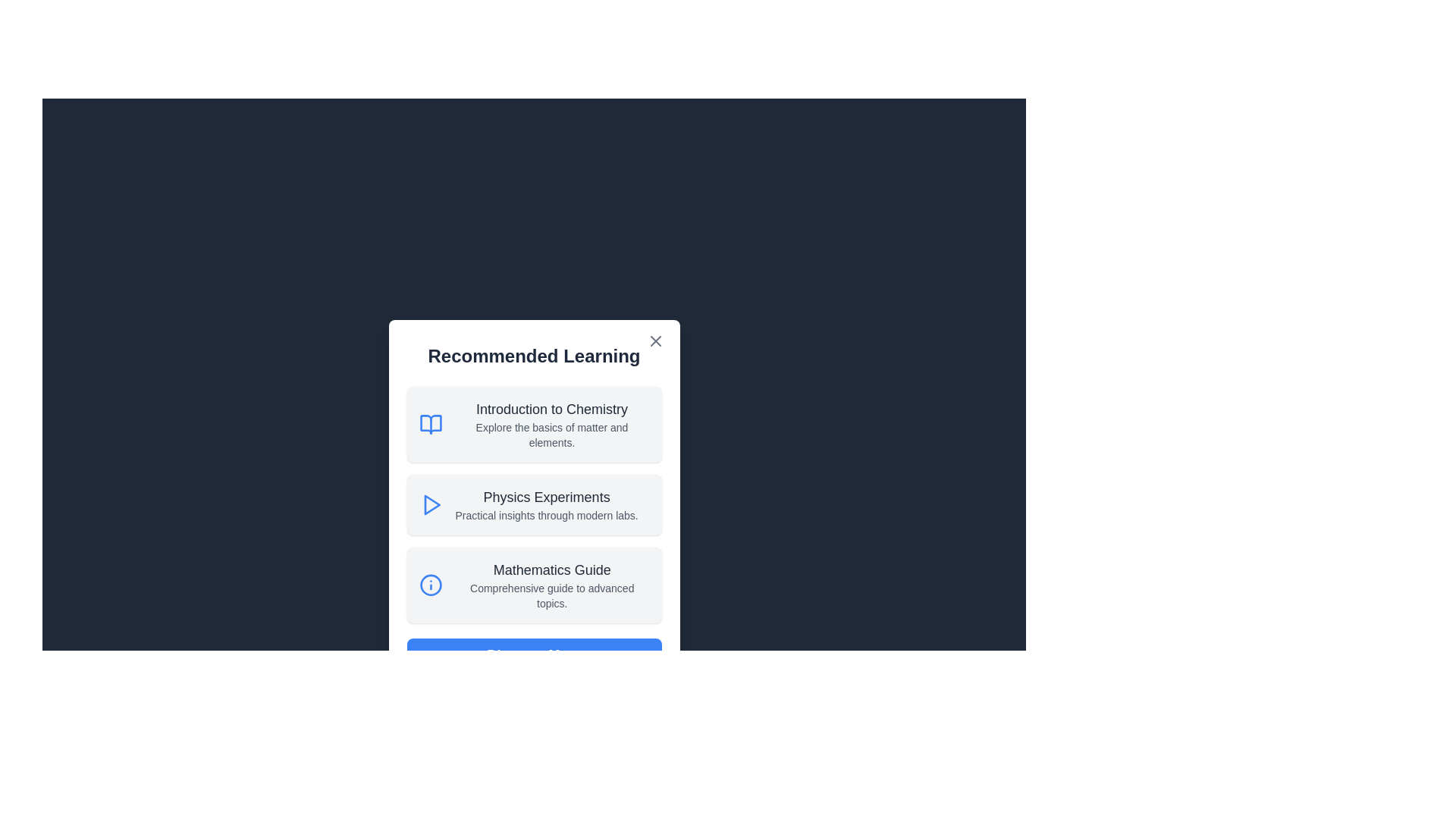 This screenshot has height=819, width=1456. What do you see at coordinates (534, 505) in the screenshot?
I see `the second card in the 'Recommended Learning' modal dialog, which provides a link to Physics experiments` at bounding box center [534, 505].